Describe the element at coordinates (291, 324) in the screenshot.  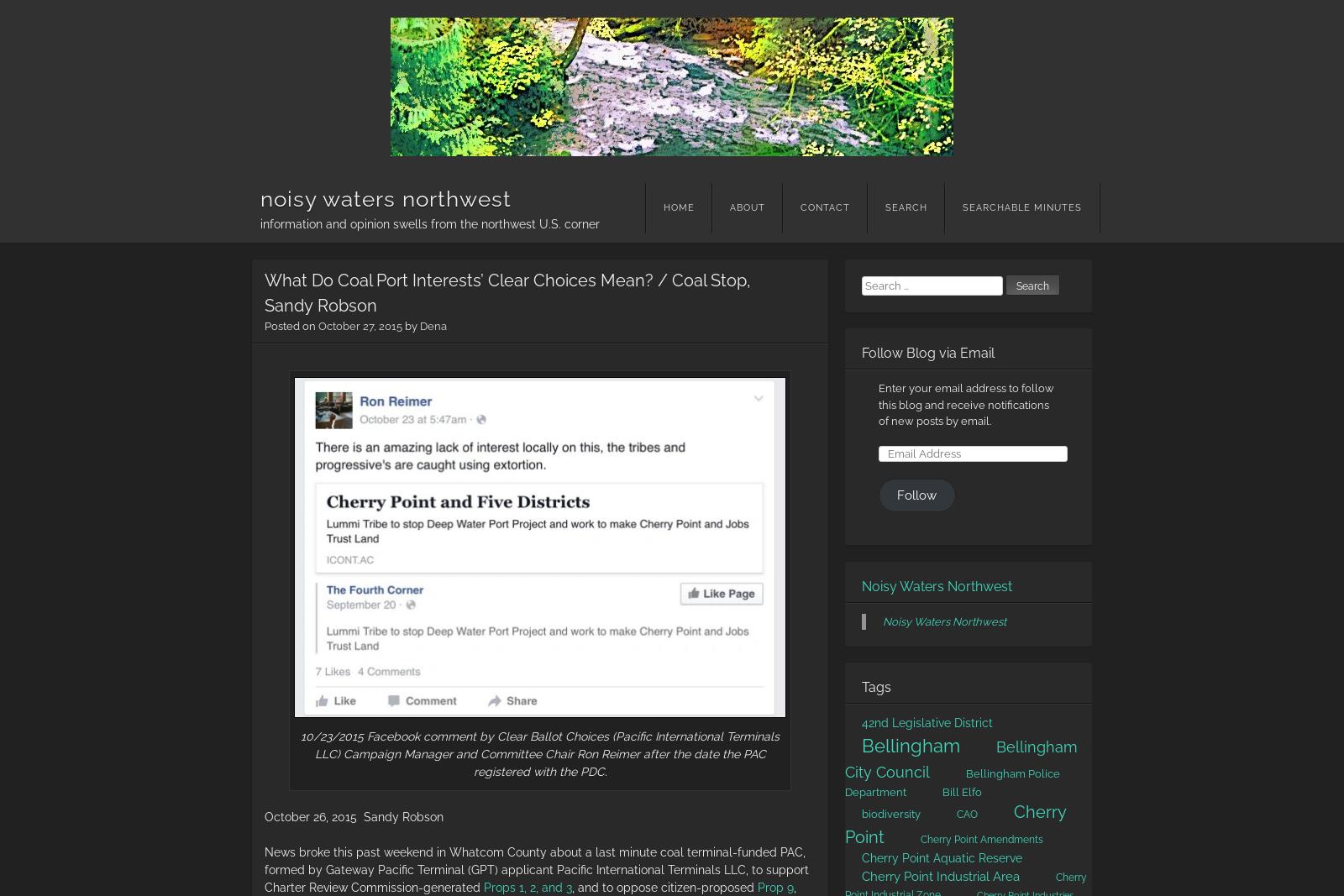
I see `'Posted on'` at that location.